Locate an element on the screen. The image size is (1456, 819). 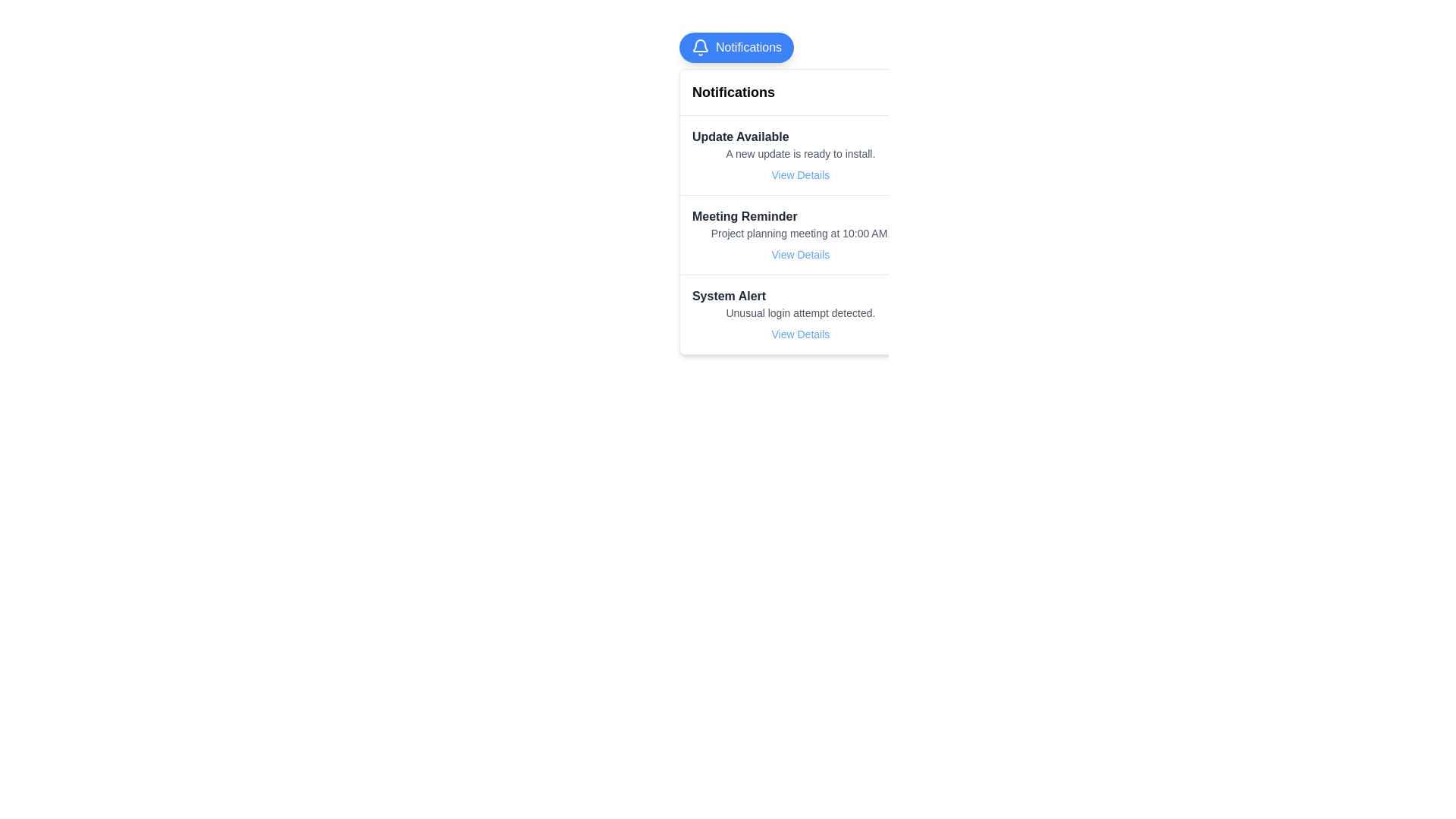
the close button located at the far-right section of the notifications panel is located at coordinates (899, 93).